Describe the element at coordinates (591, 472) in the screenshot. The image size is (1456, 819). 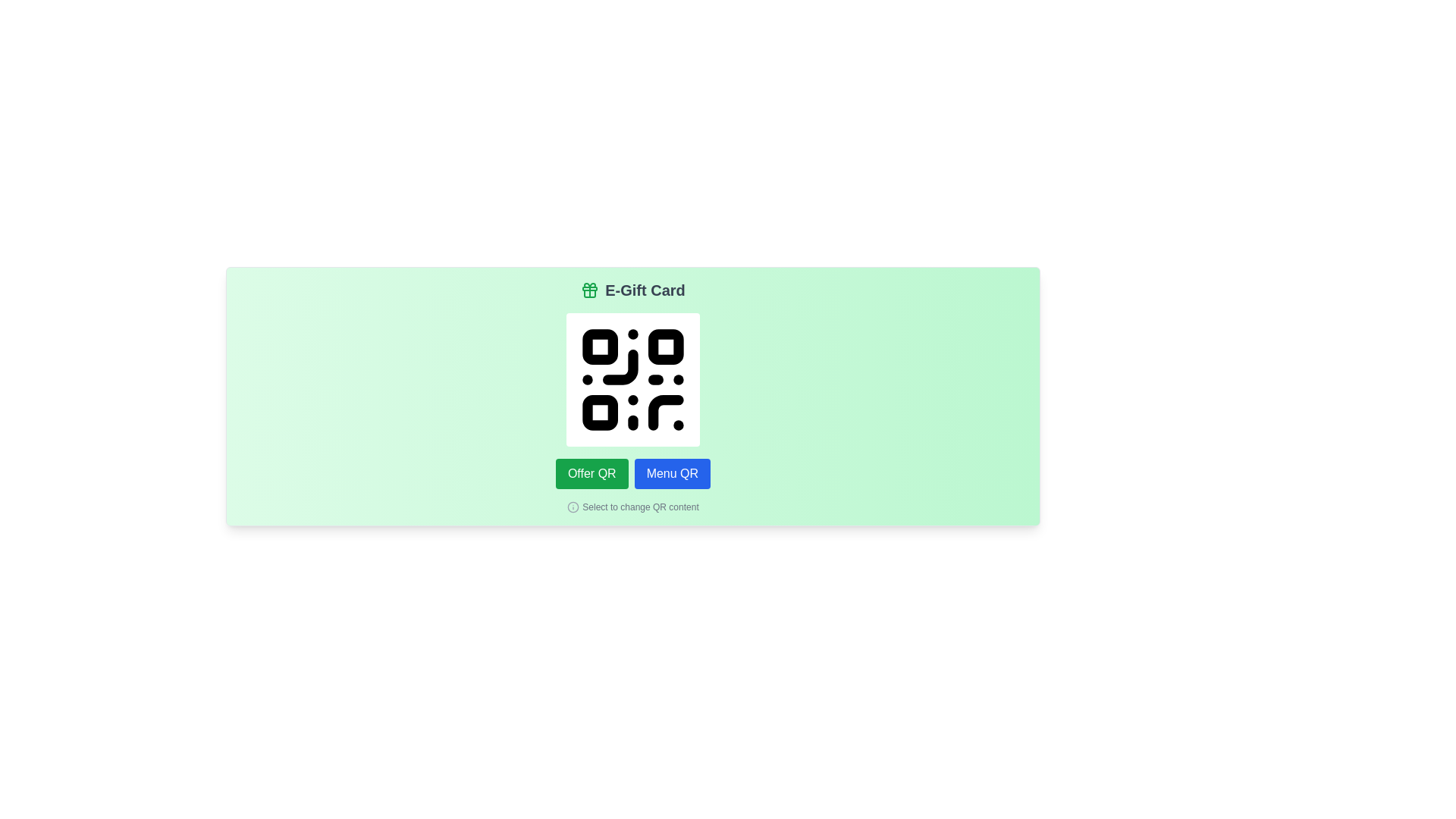
I see `the 'Offer QR' button, which is a rectangular button with white text on a green background` at that location.